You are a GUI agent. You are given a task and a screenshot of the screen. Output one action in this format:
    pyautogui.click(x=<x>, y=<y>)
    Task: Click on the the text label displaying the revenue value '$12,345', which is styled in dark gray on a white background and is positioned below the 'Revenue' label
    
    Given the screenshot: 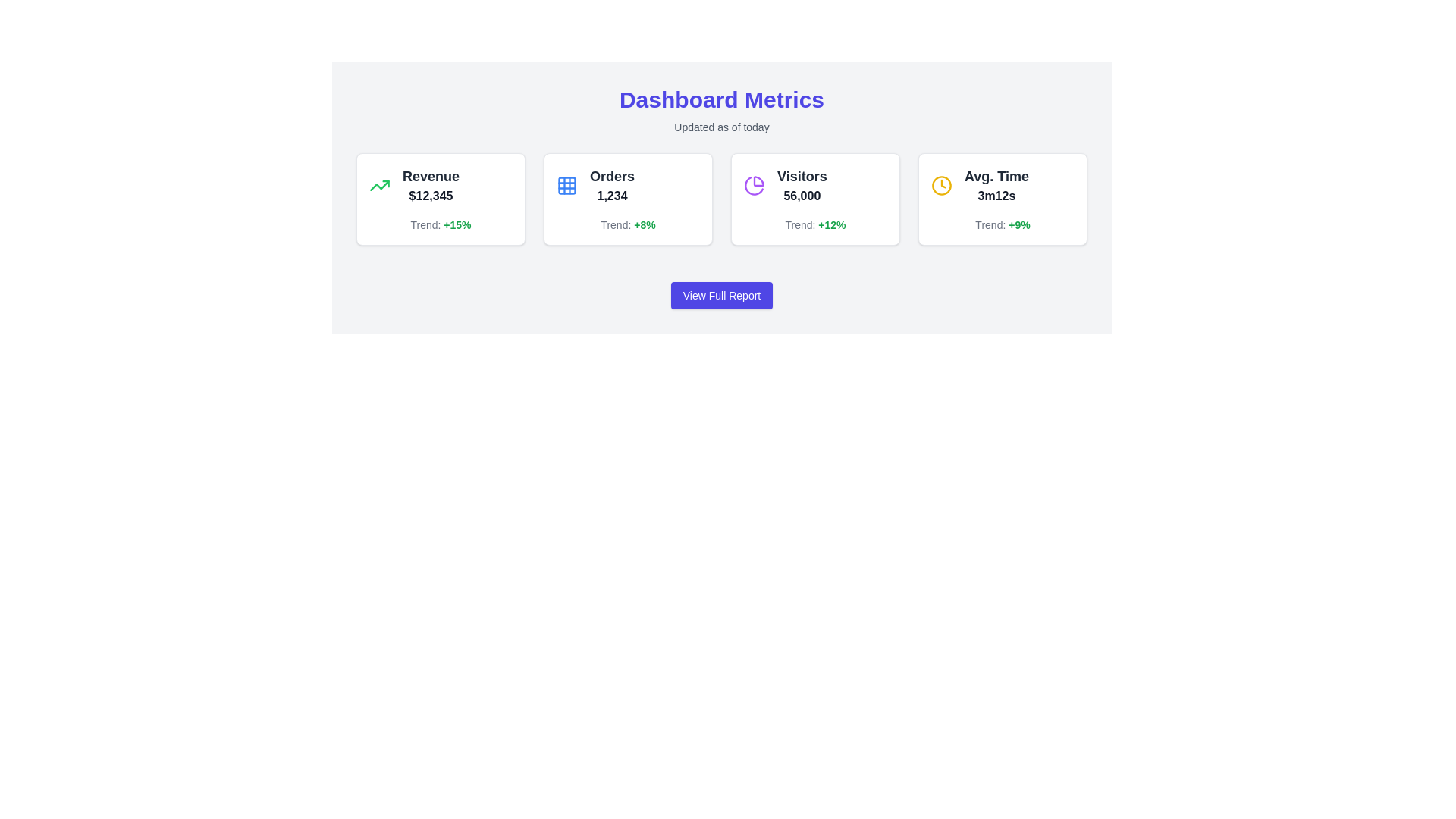 What is the action you would take?
    pyautogui.click(x=430, y=195)
    